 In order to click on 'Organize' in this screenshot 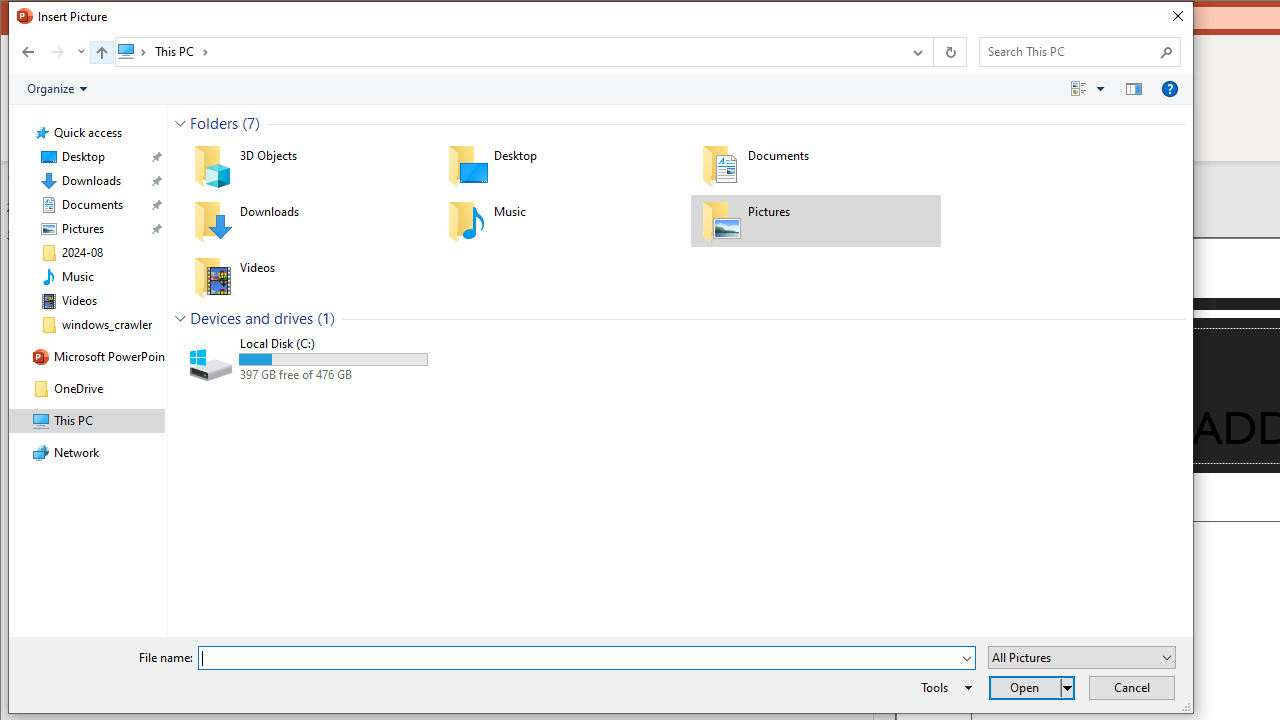, I will do `click(56, 88)`.